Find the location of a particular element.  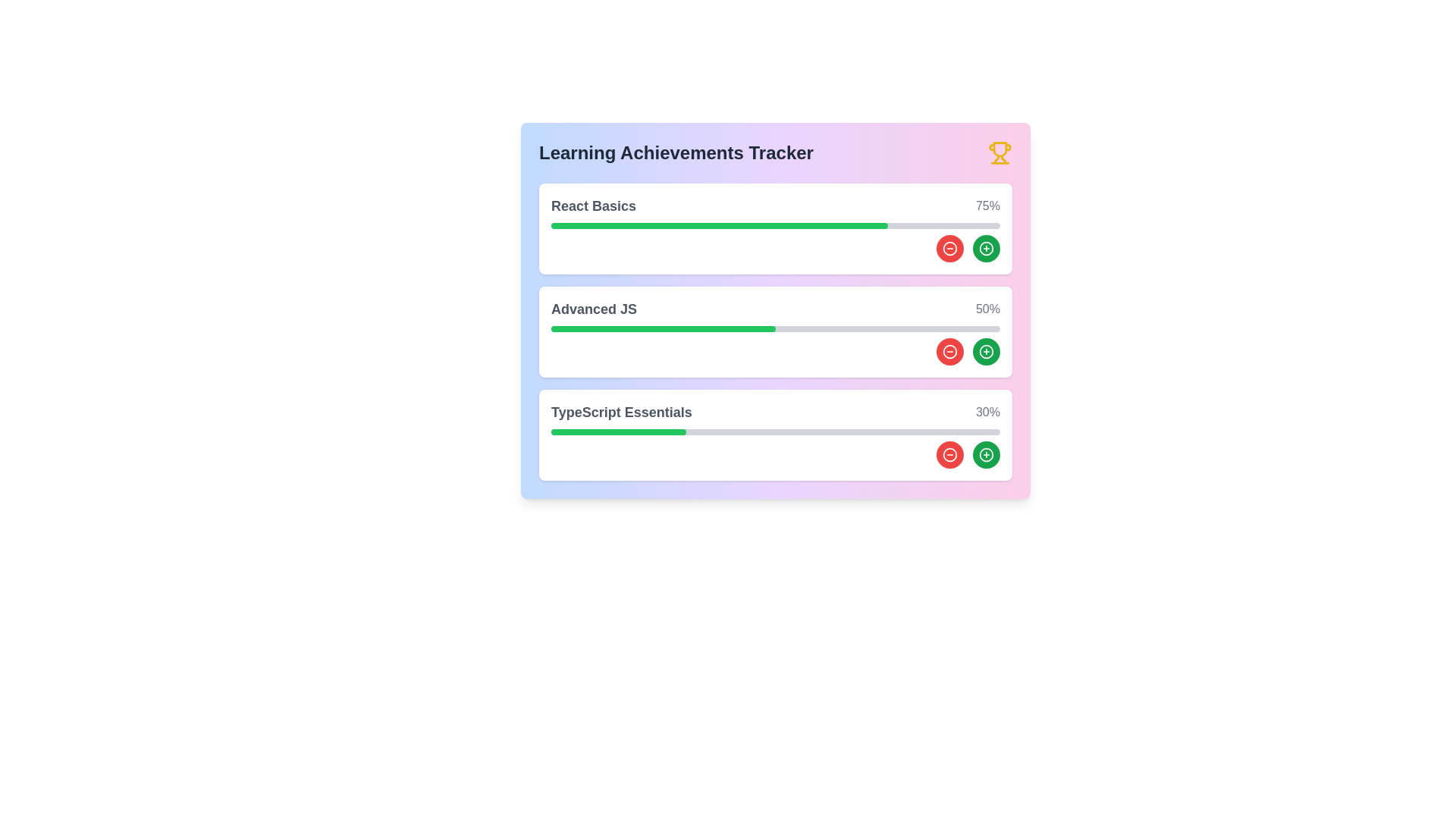

the text label displaying the completion percentage for the 'Advanced JS' module, which is located in the second row of the list, adjacent to the progress bar is located at coordinates (987, 309).